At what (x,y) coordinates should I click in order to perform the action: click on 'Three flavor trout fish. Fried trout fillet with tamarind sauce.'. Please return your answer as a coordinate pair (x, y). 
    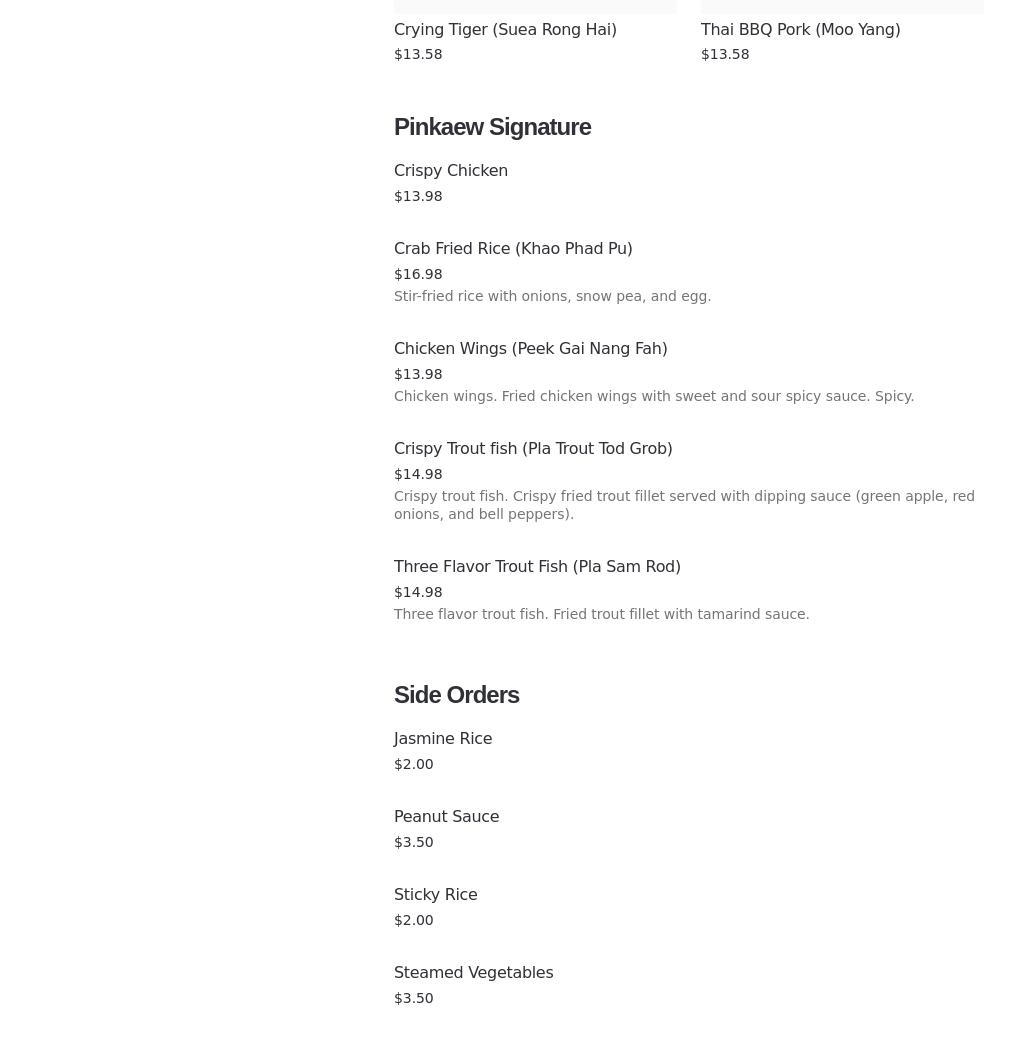
    Looking at the image, I should click on (601, 614).